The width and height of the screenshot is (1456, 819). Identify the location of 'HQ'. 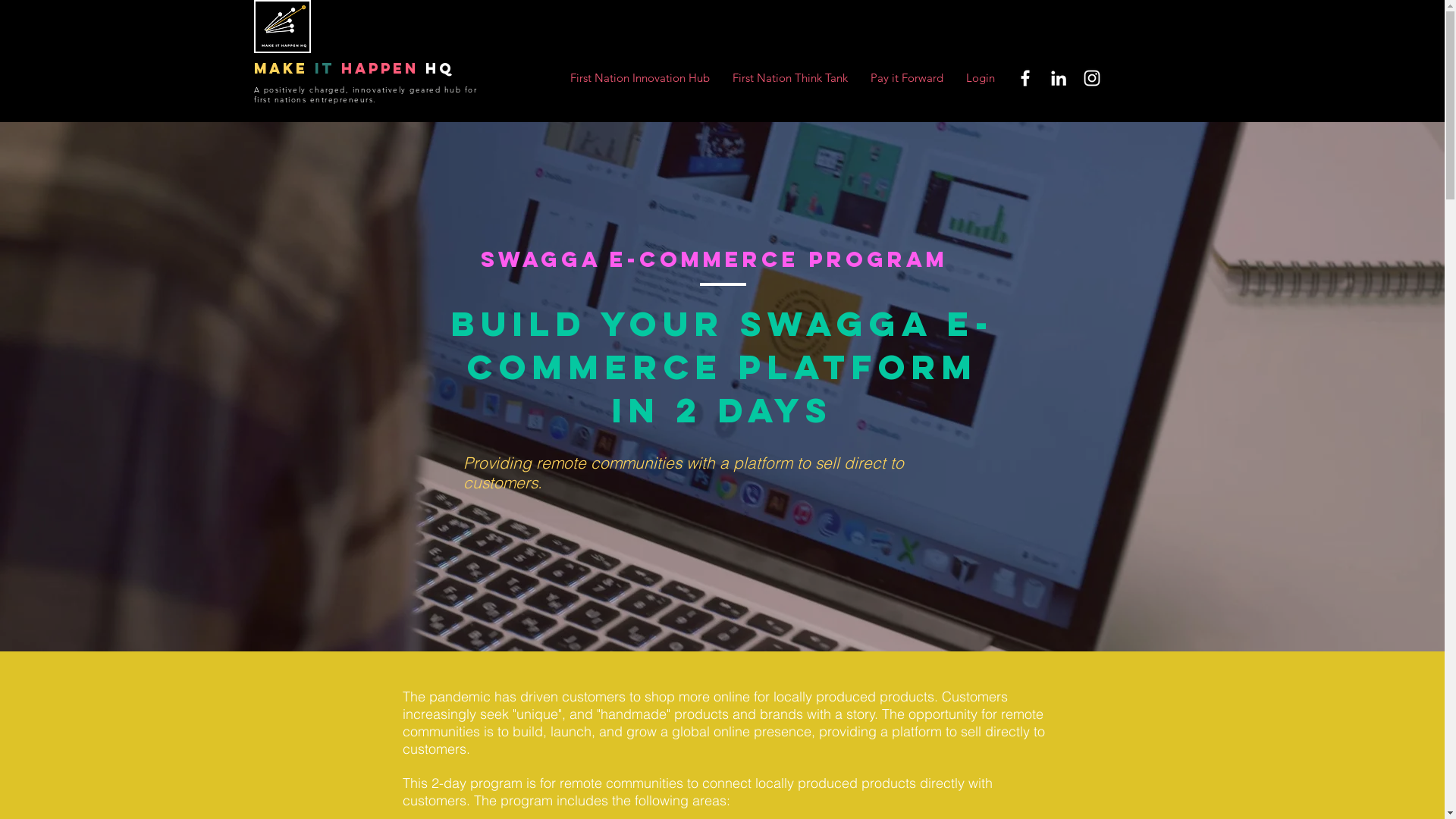
(435, 67).